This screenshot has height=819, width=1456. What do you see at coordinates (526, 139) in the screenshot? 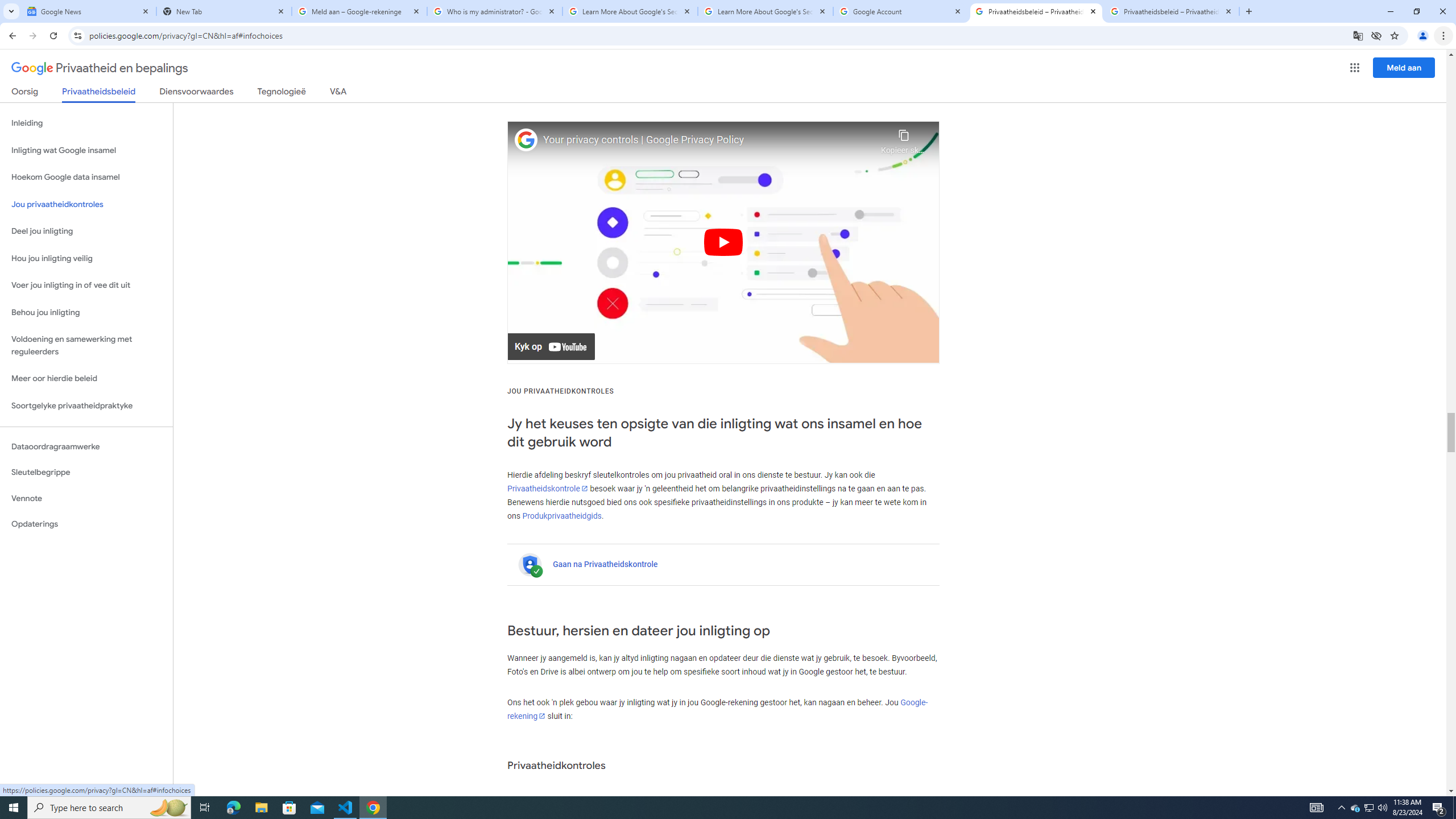
I see `'Fotobeeld van Google'` at bounding box center [526, 139].